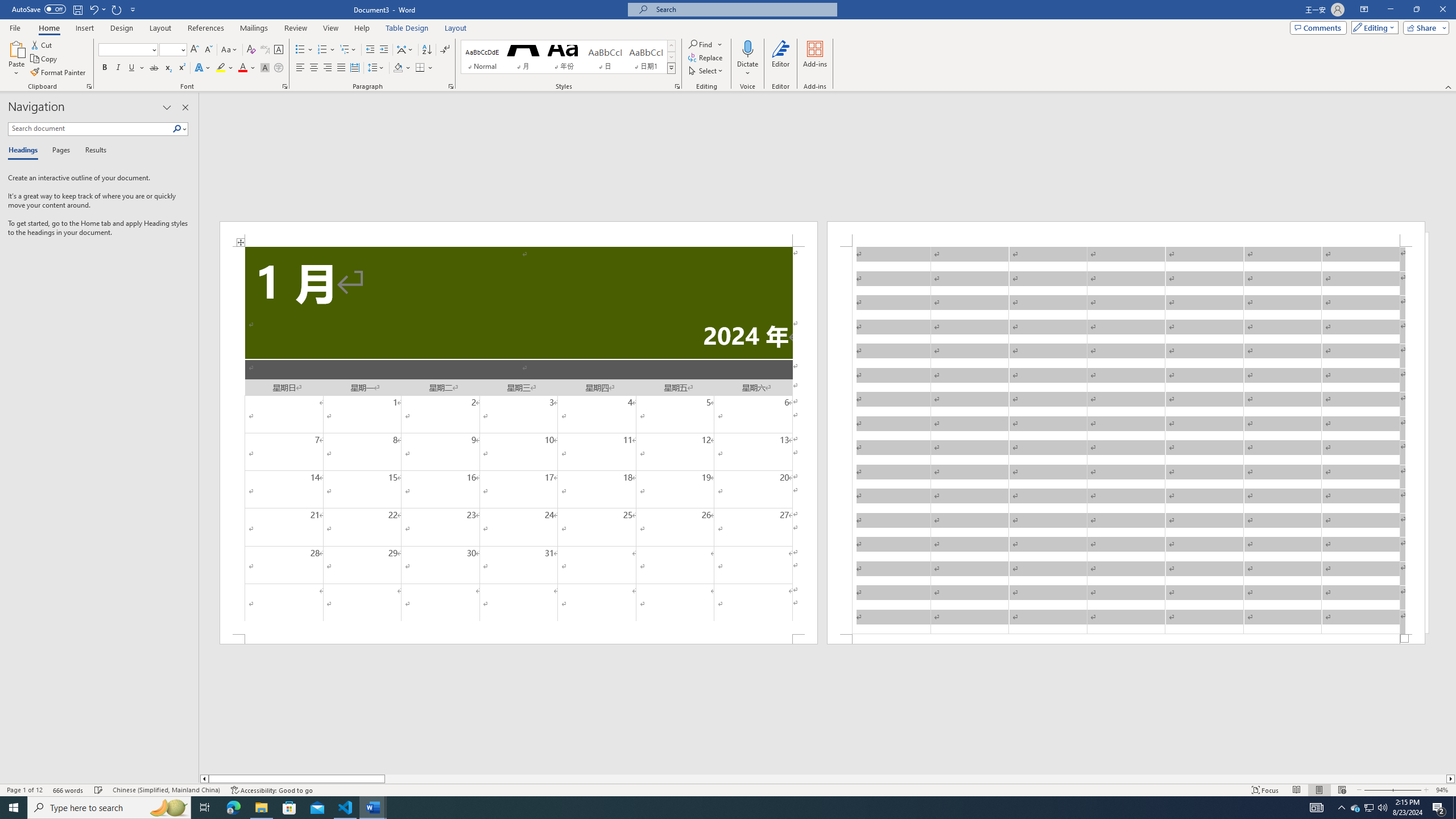  Describe the element at coordinates (377, 67) in the screenshot. I see `'Line and Paragraph Spacing'` at that location.